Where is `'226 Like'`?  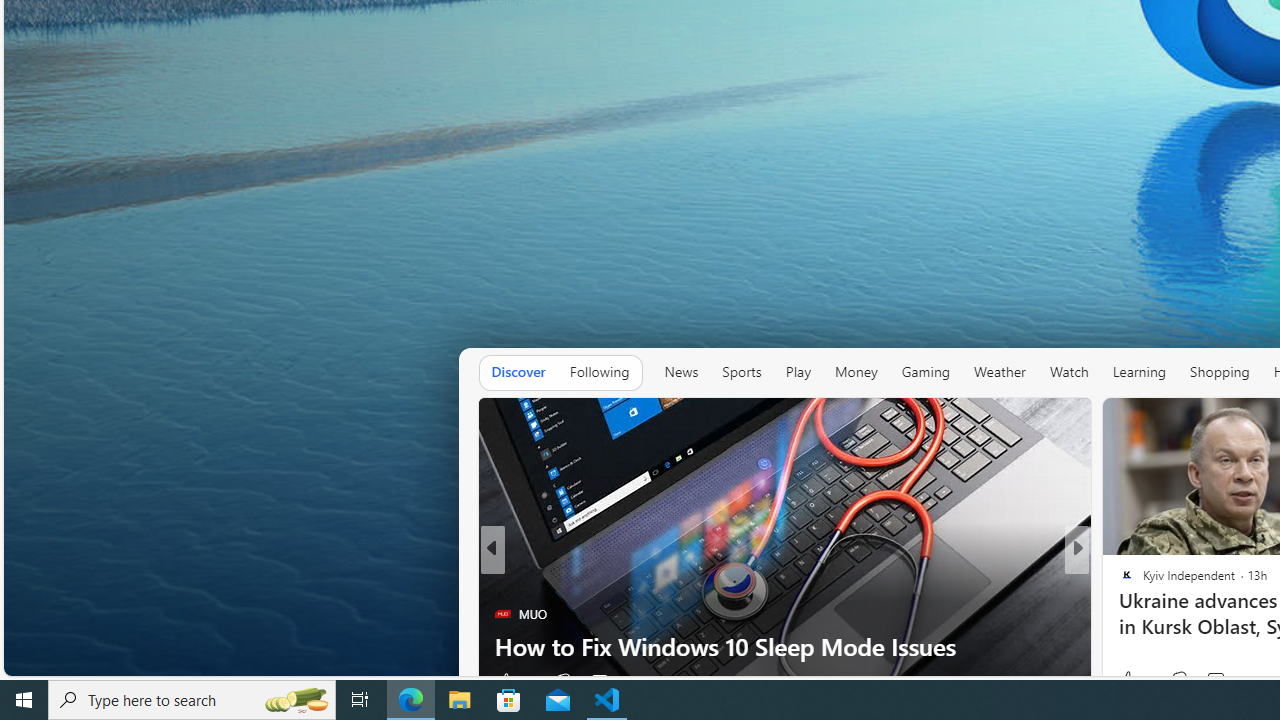
'226 Like' is located at coordinates (1132, 680).